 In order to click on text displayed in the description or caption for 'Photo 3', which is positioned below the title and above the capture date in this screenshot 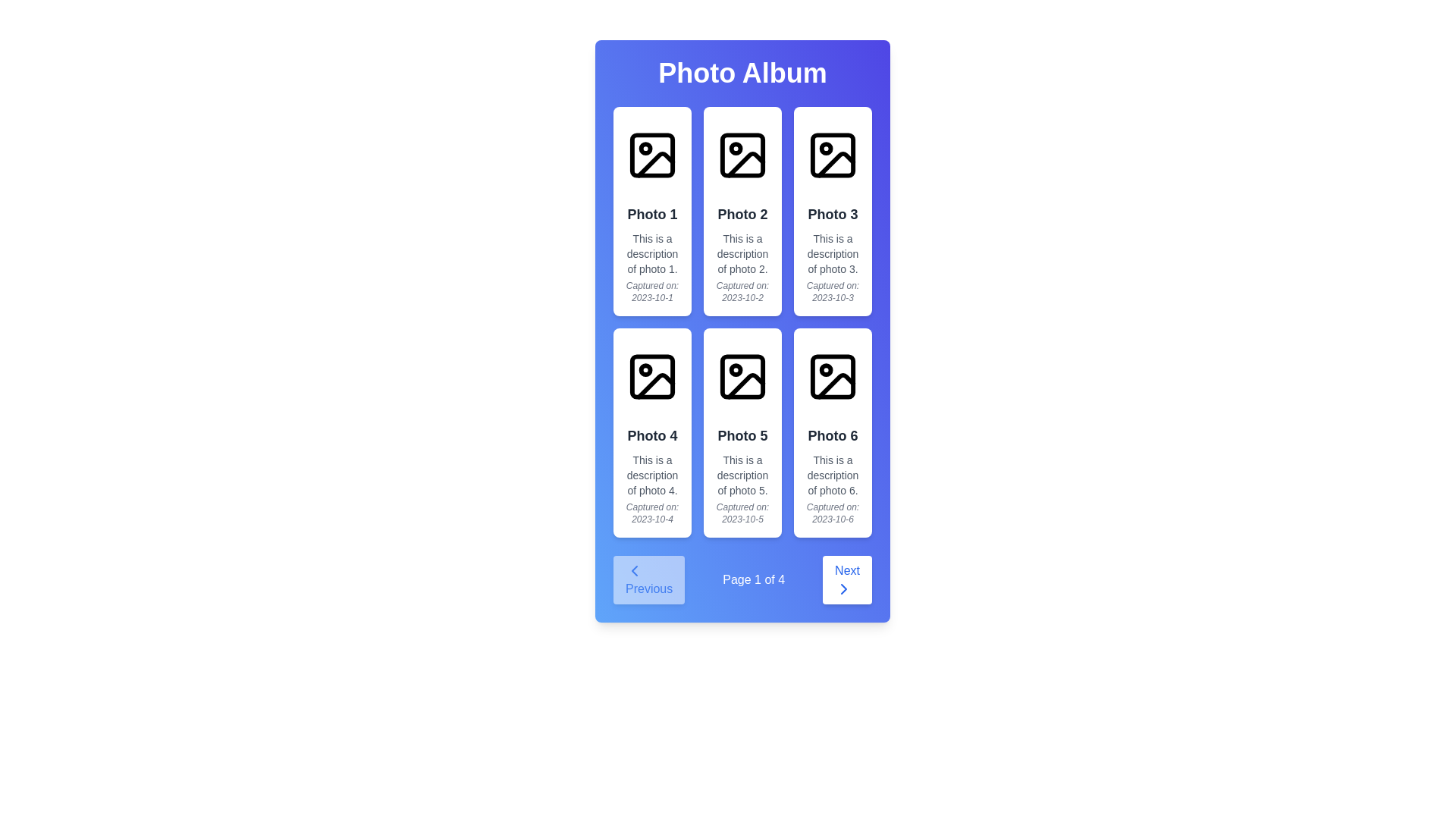, I will do `click(832, 253)`.